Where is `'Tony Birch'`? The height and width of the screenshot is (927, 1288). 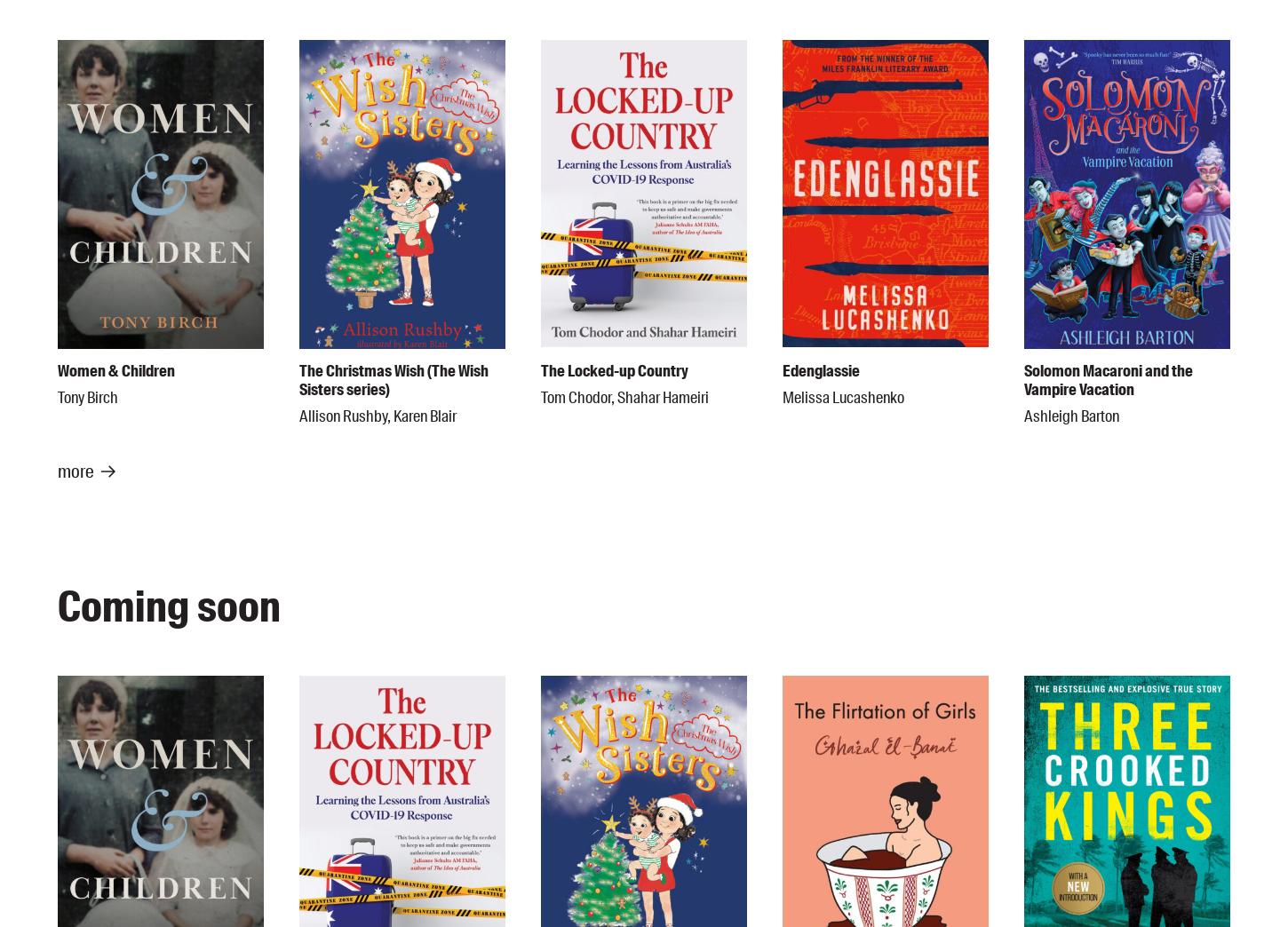
'Tony Birch' is located at coordinates (88, 396).